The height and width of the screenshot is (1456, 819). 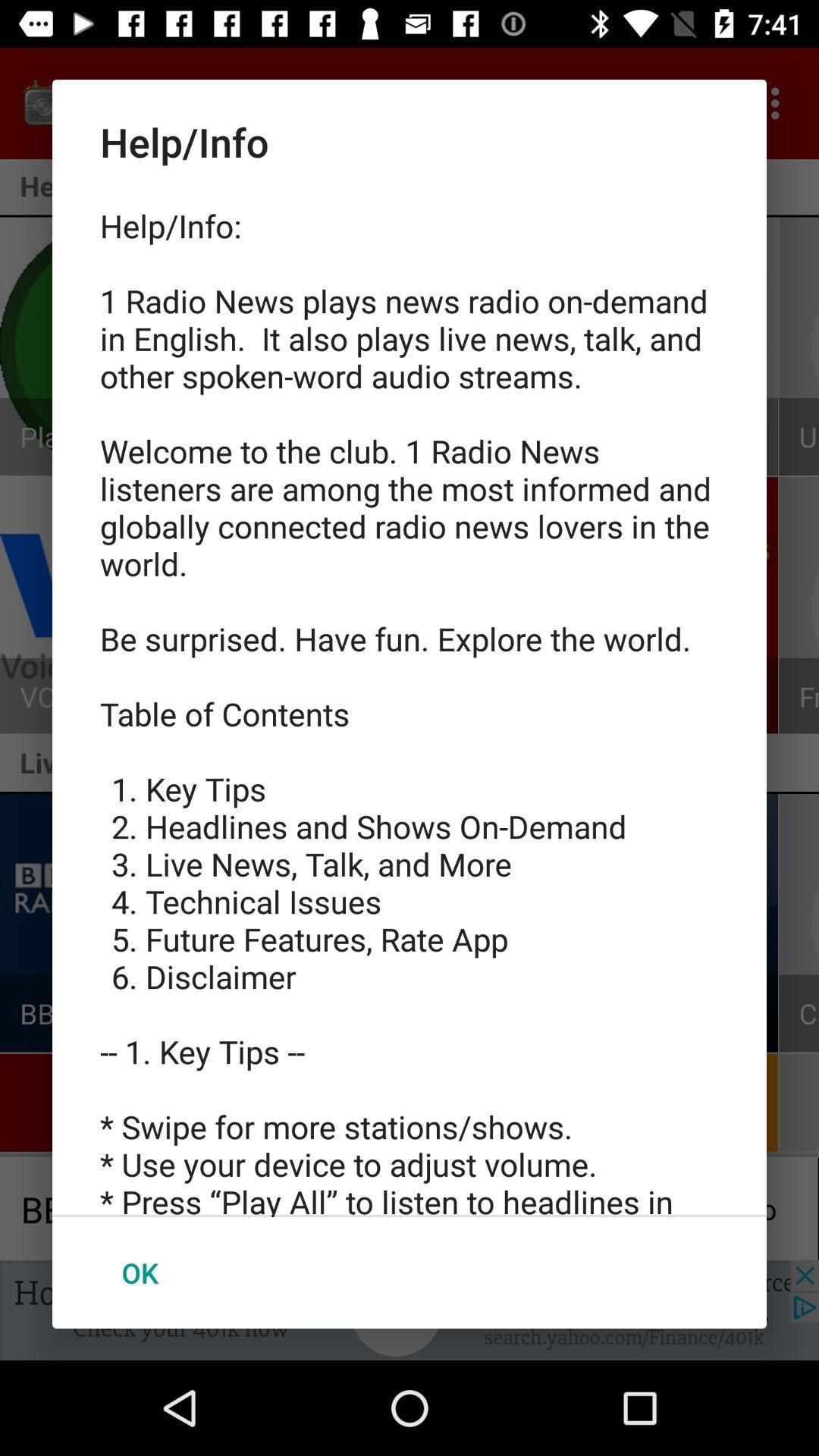 I want to click on item at the bottom left corner, so click(x=140, y=1272).